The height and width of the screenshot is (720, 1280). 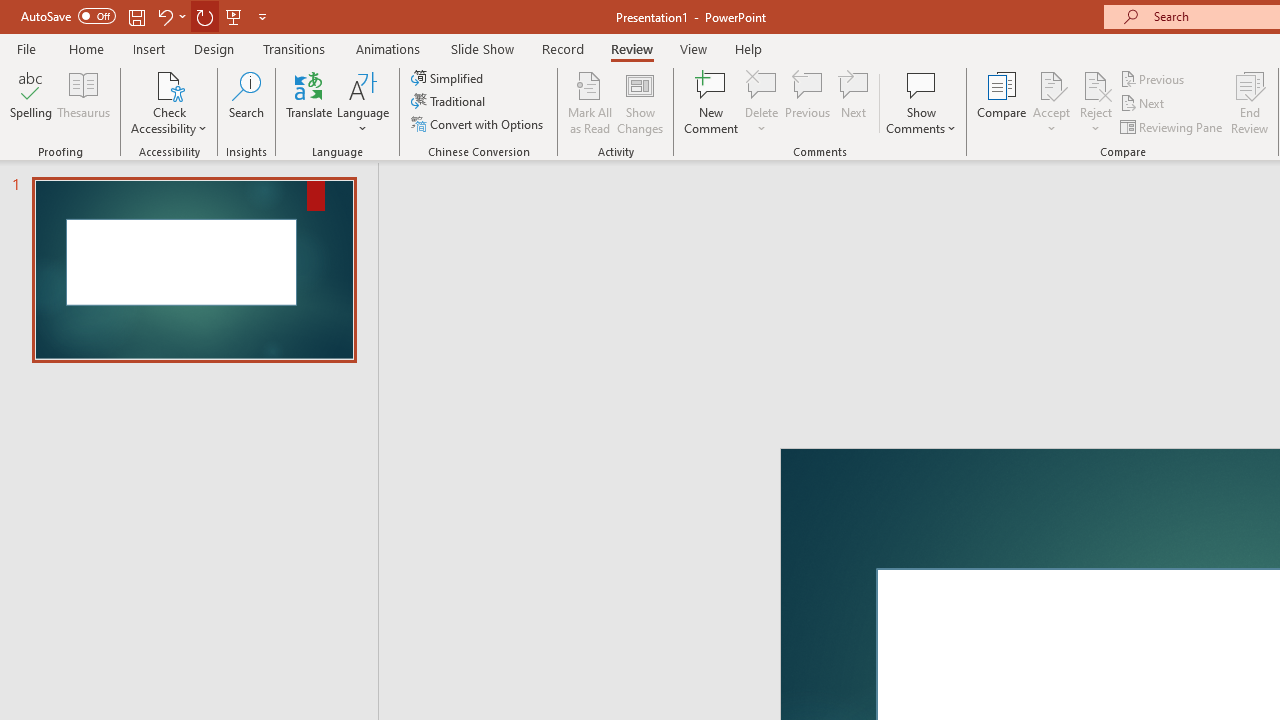 I want to click on 'Previous', so click(x=1153, y=78).